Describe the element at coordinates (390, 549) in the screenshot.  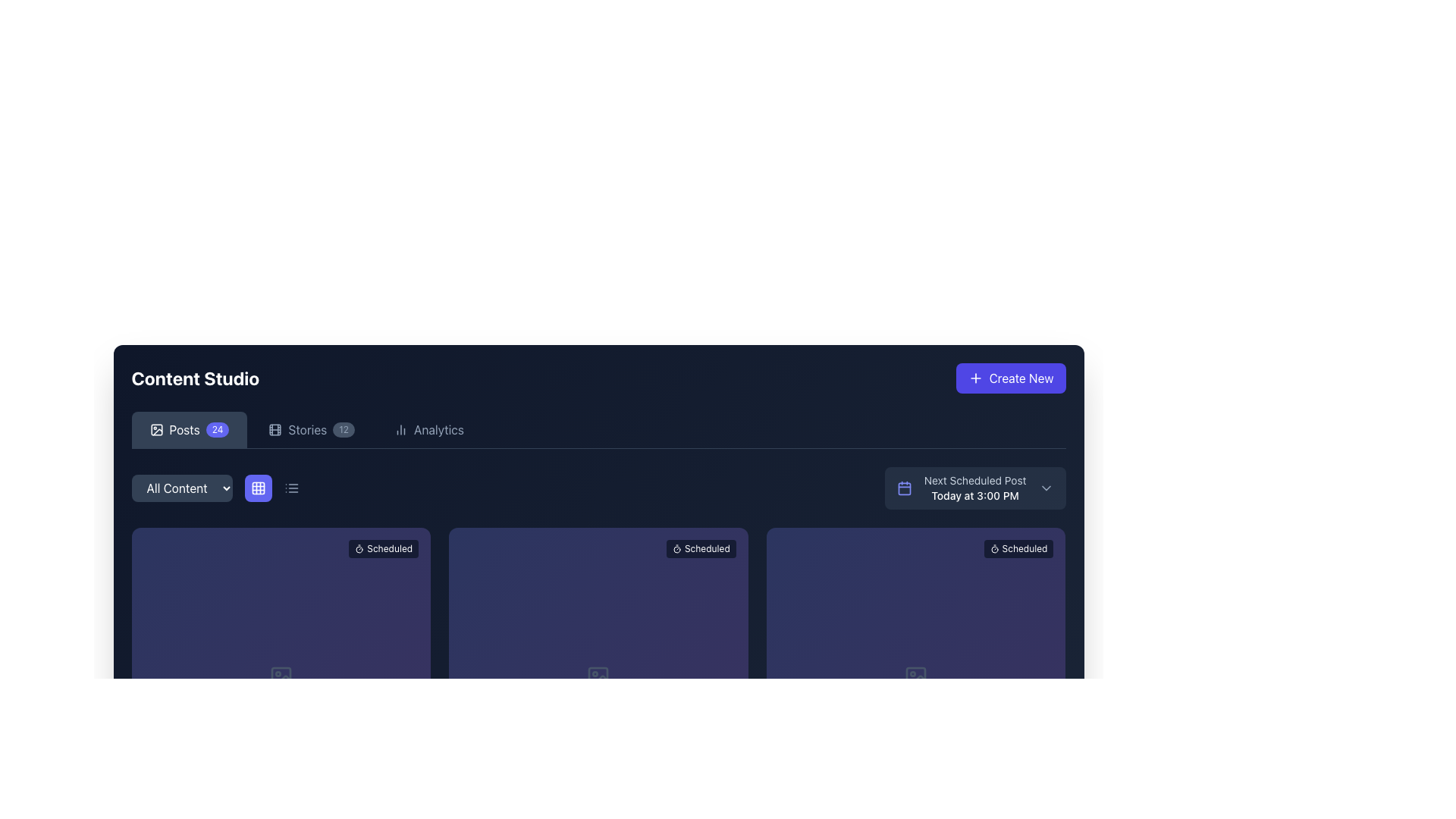
I see `text label indicating the scheduling status of the related content card located in the upper-right corner of the content card in the second column of the grid` at that location.